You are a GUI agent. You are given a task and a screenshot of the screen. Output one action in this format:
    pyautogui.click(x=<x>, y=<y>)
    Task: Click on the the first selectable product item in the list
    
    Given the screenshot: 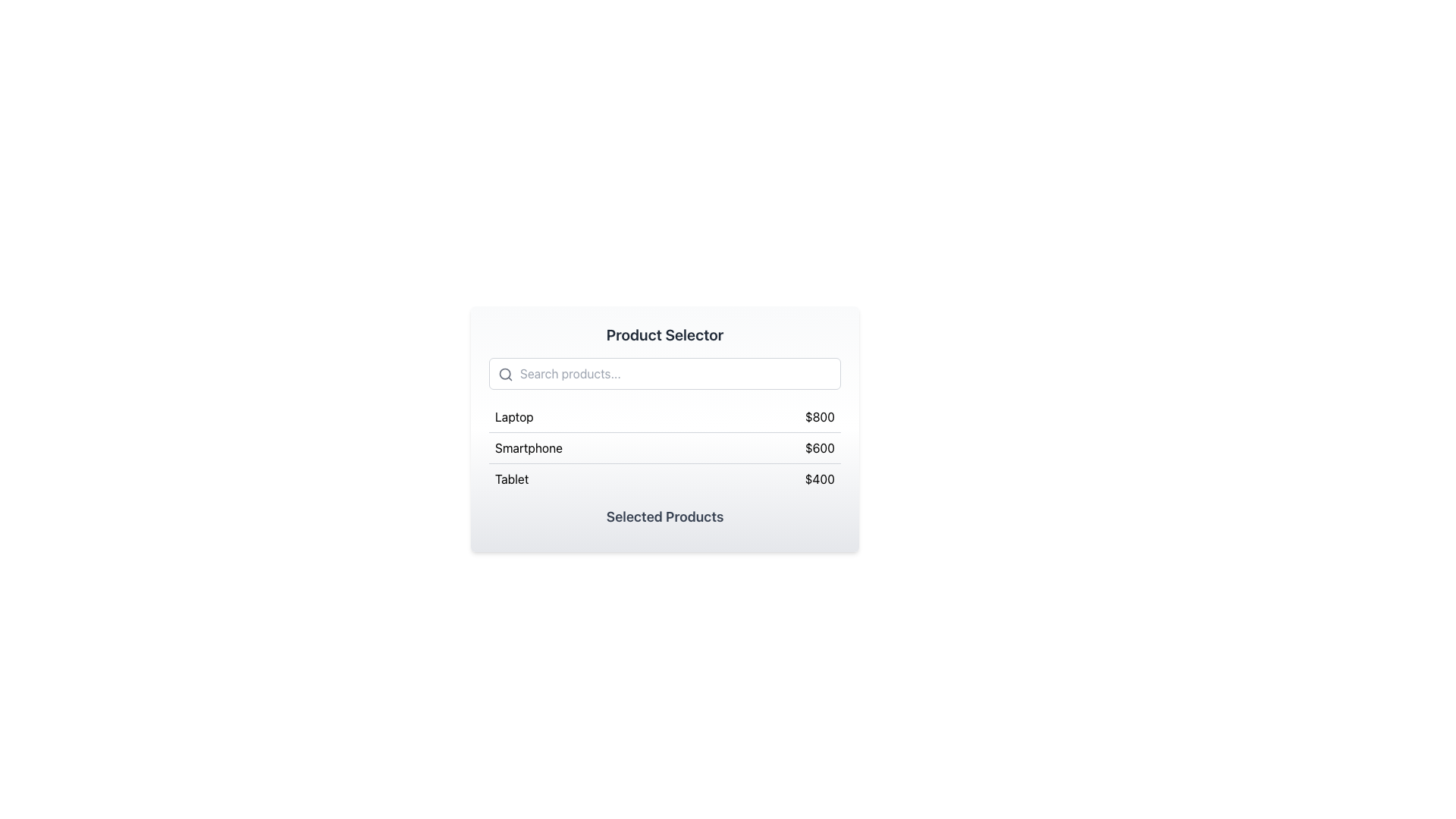 What is the action you would take?
    pyautogui.click(x=665, y=417)
    